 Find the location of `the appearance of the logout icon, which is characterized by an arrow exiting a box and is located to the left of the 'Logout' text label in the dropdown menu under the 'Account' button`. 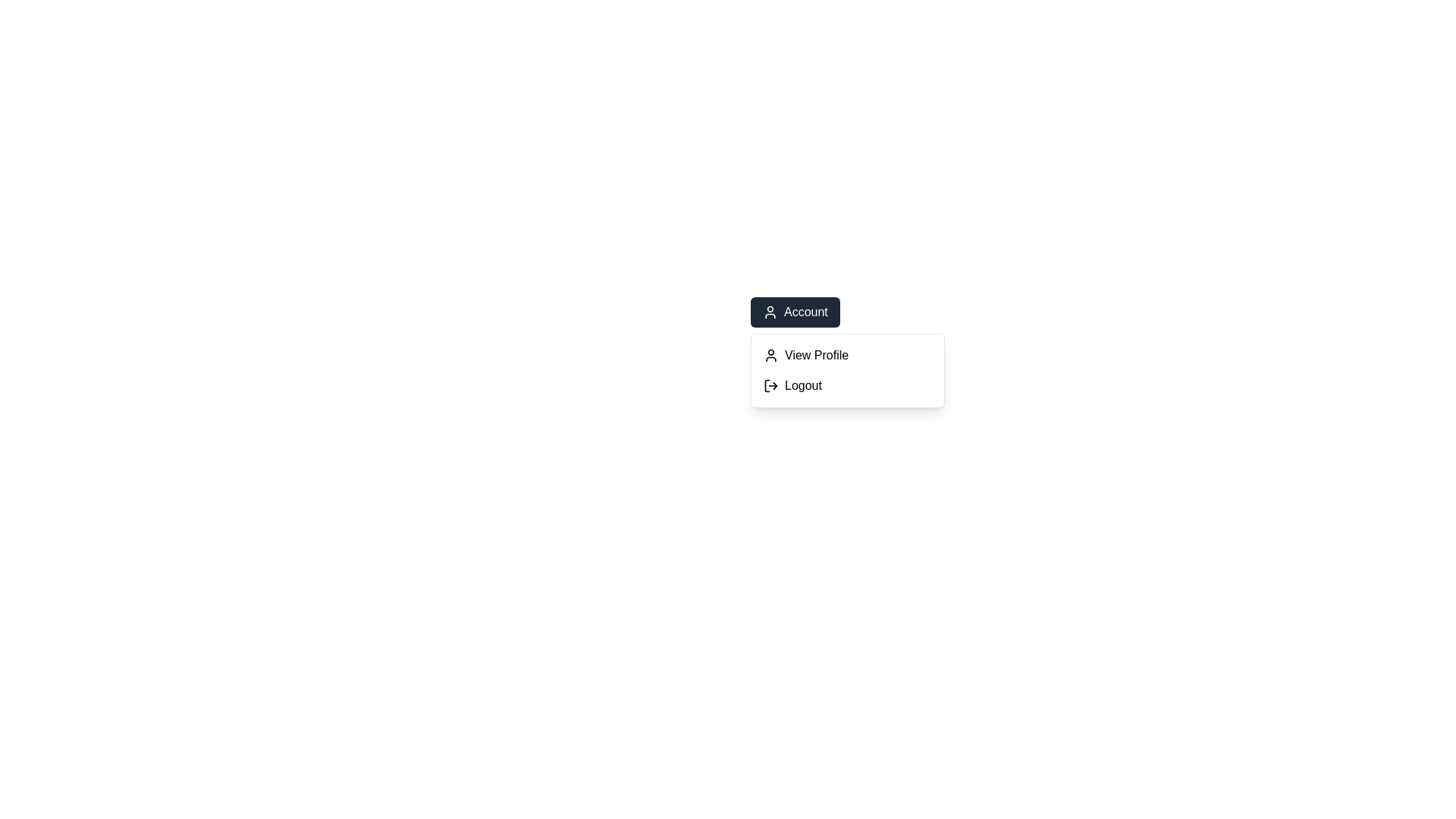

the appearance of the logout icon, which is characterized by an arrow exiting a box and is located to the left of the 'Logout' text label in the dropdown menu under the 'Account' button is located at coordinates (771, 385).